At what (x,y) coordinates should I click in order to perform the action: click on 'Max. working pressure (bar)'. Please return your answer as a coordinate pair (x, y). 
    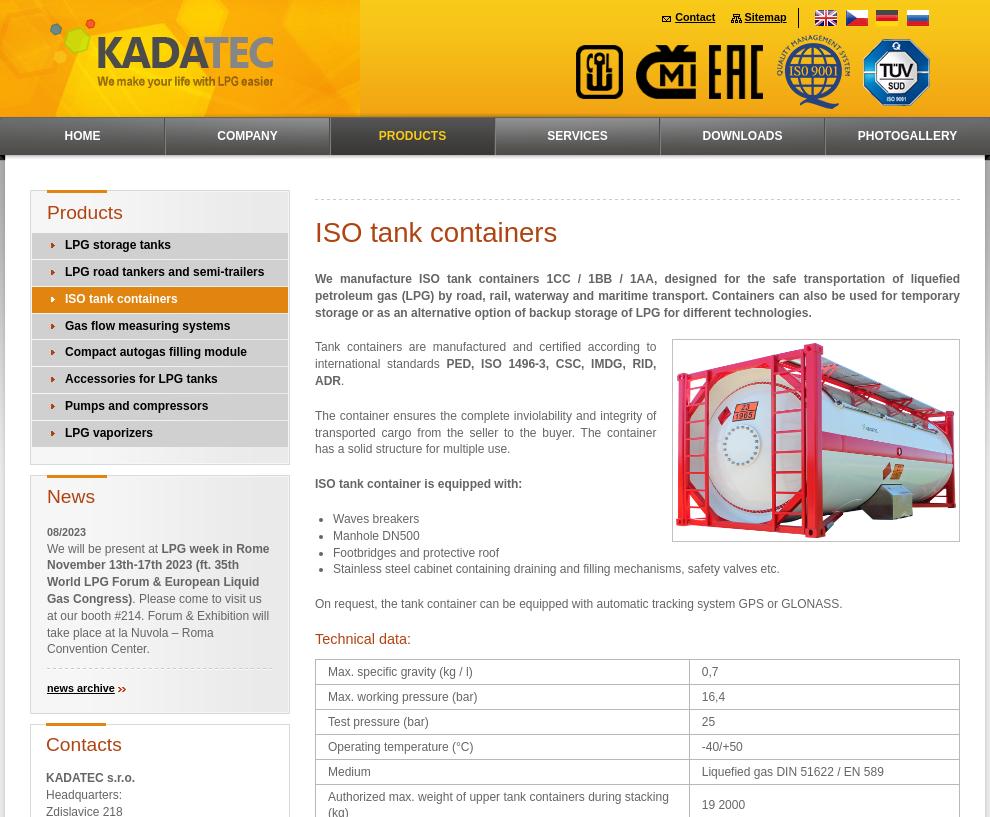
    Looking at the image, I should click on (326, 695).